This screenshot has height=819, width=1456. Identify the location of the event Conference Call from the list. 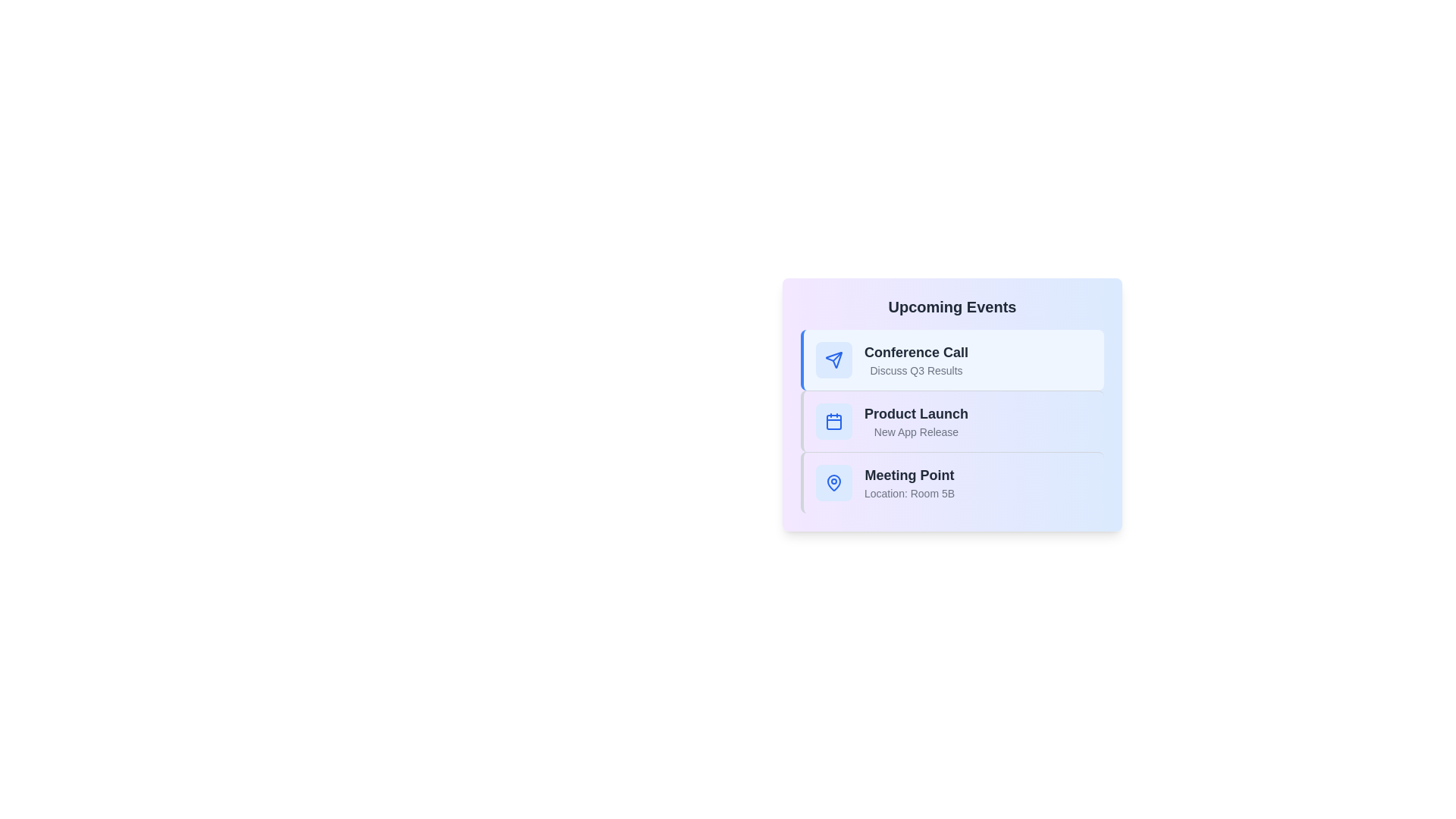
(952, 359).